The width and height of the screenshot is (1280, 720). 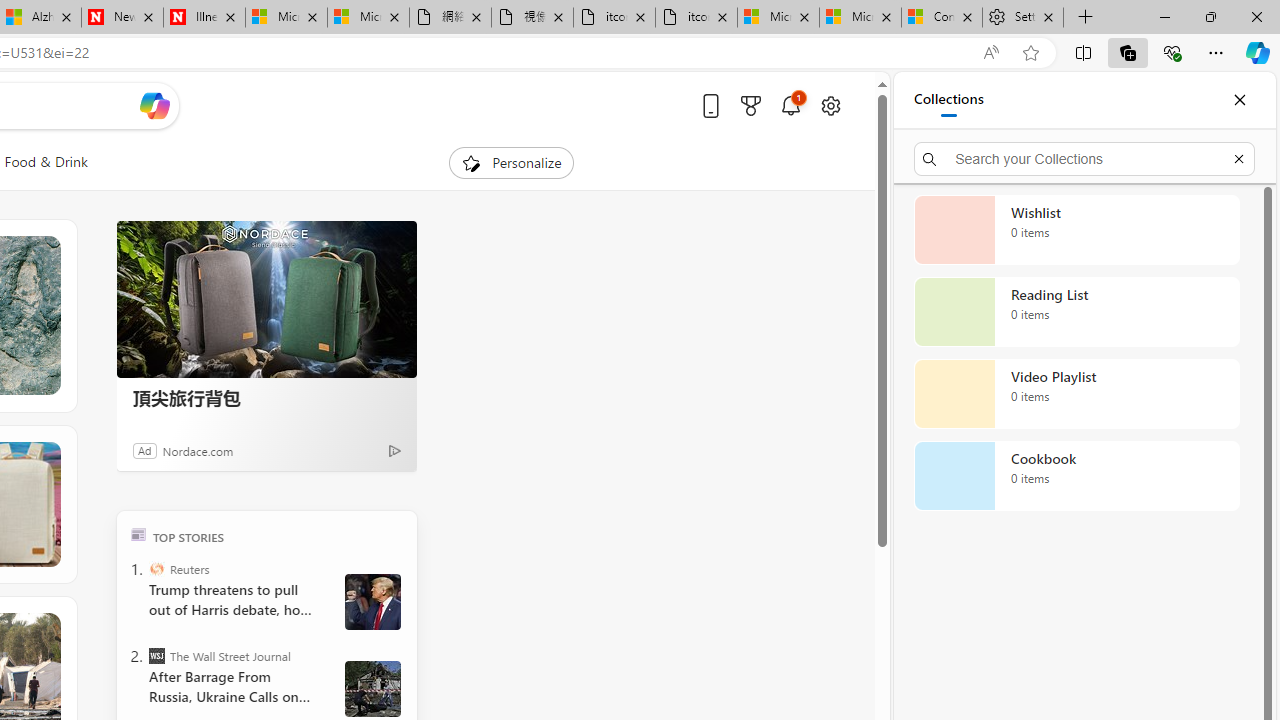 What do you see at coordinates (137, 533) in the screenshot?
I see `'TOP'` at bounding box center [137, 533].